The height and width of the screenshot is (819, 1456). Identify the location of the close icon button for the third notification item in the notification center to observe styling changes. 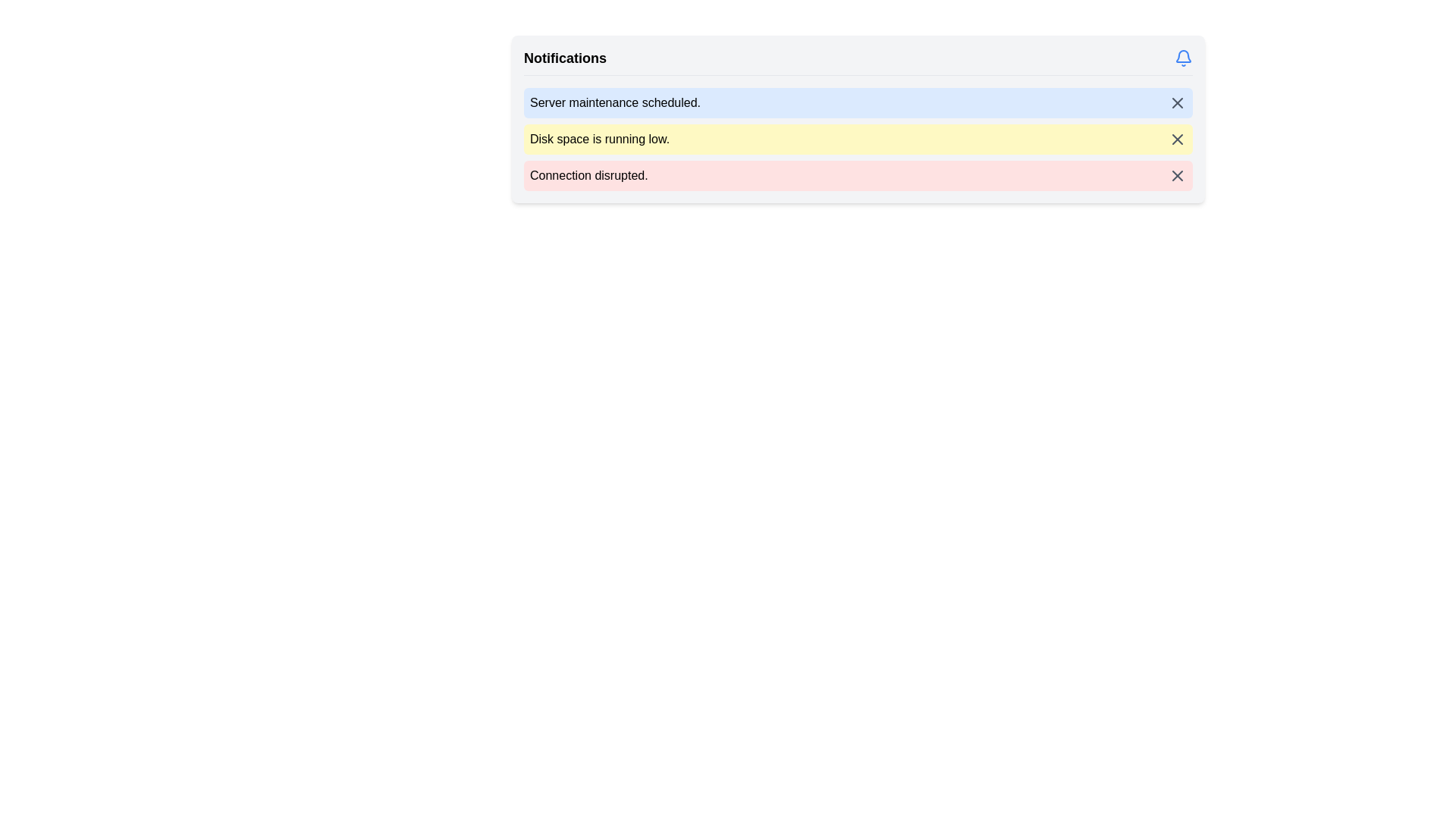
(1177, 174).